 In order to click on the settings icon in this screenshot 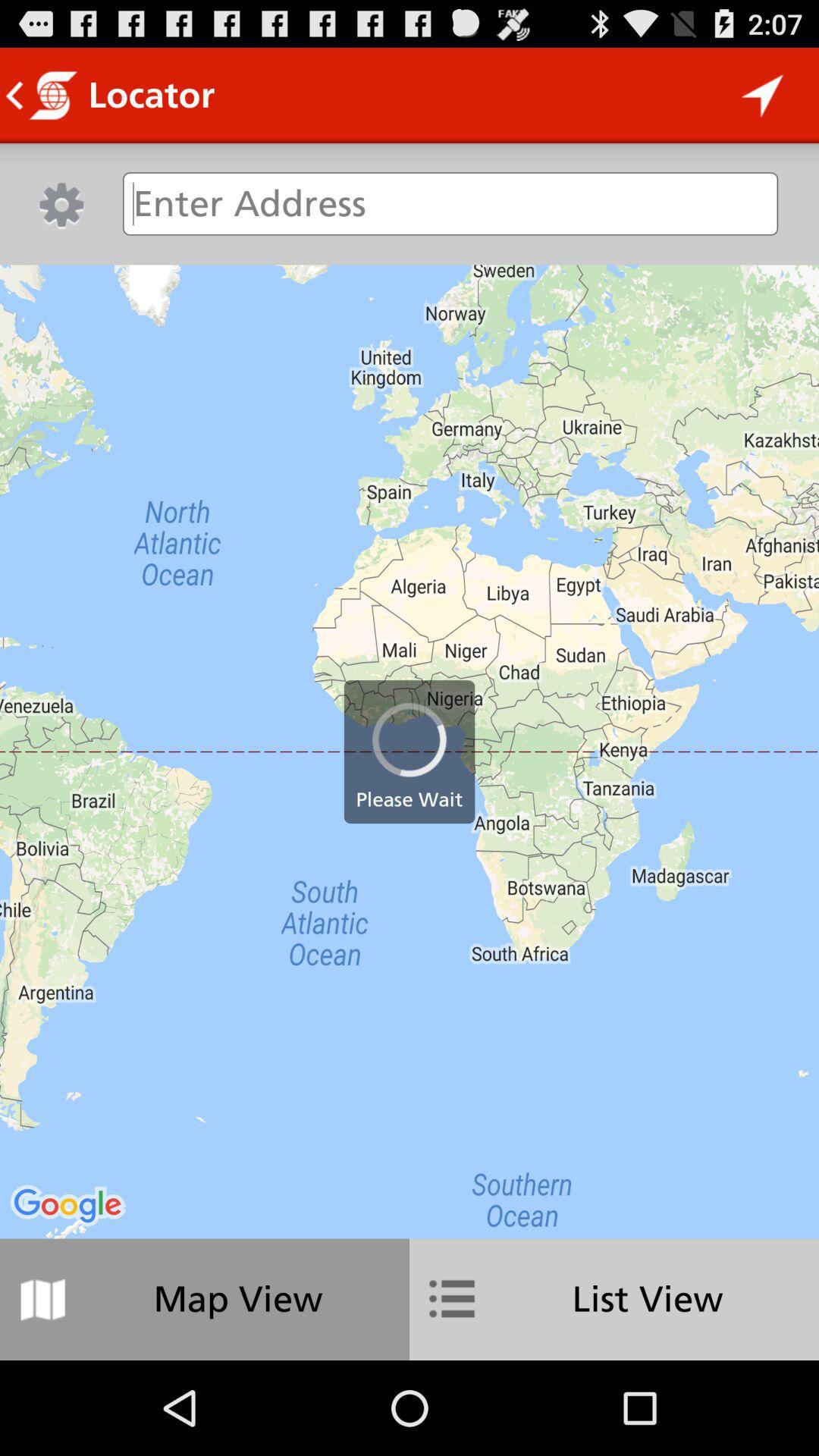, I will do `click(61, 217)`.